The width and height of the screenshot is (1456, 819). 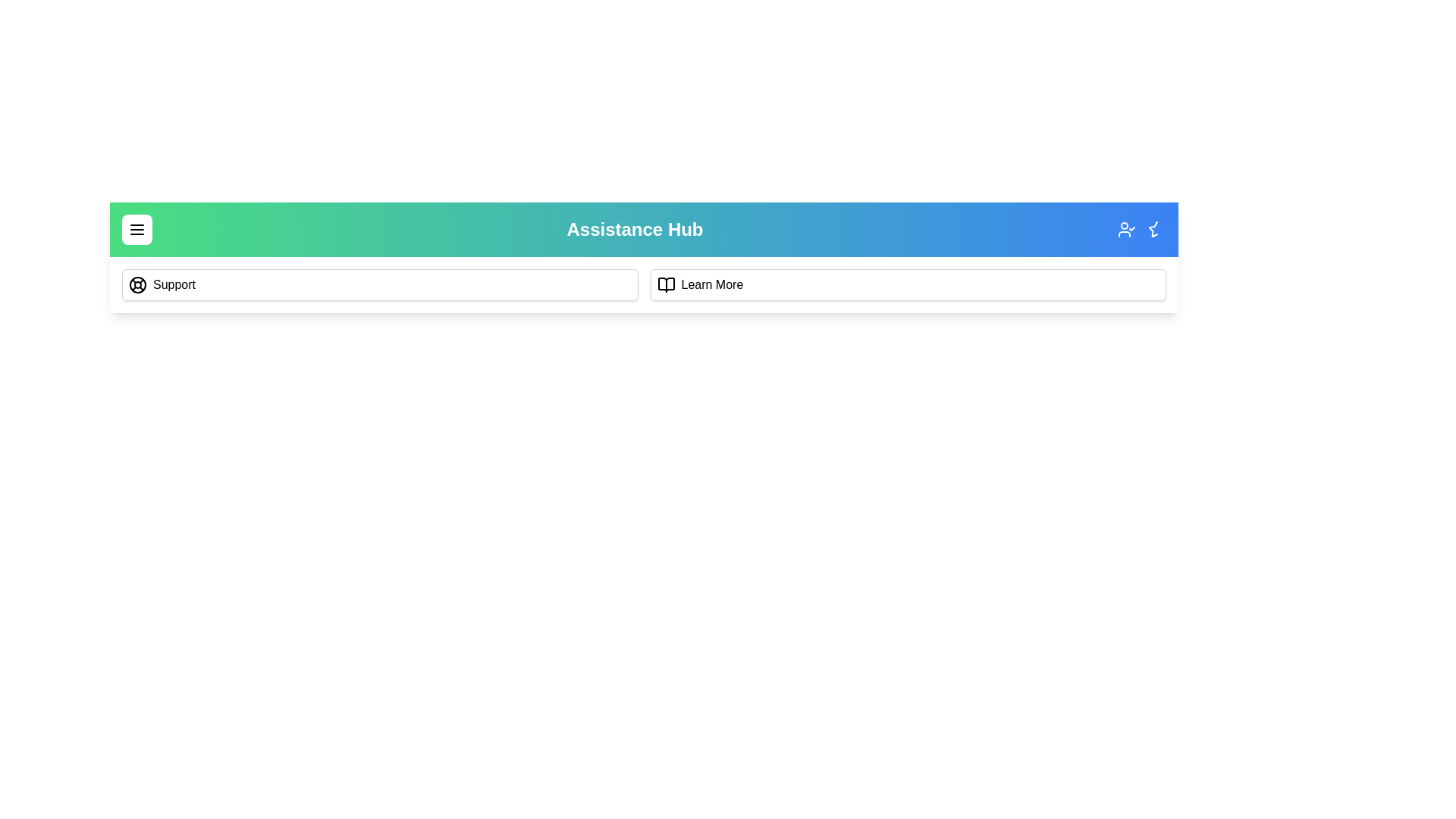 What do you see at coordinates (1156, 230) in the screenshot?
I see `the icon StarHalf in the top right corner of the app bar` at bounding box center [1156, 230].